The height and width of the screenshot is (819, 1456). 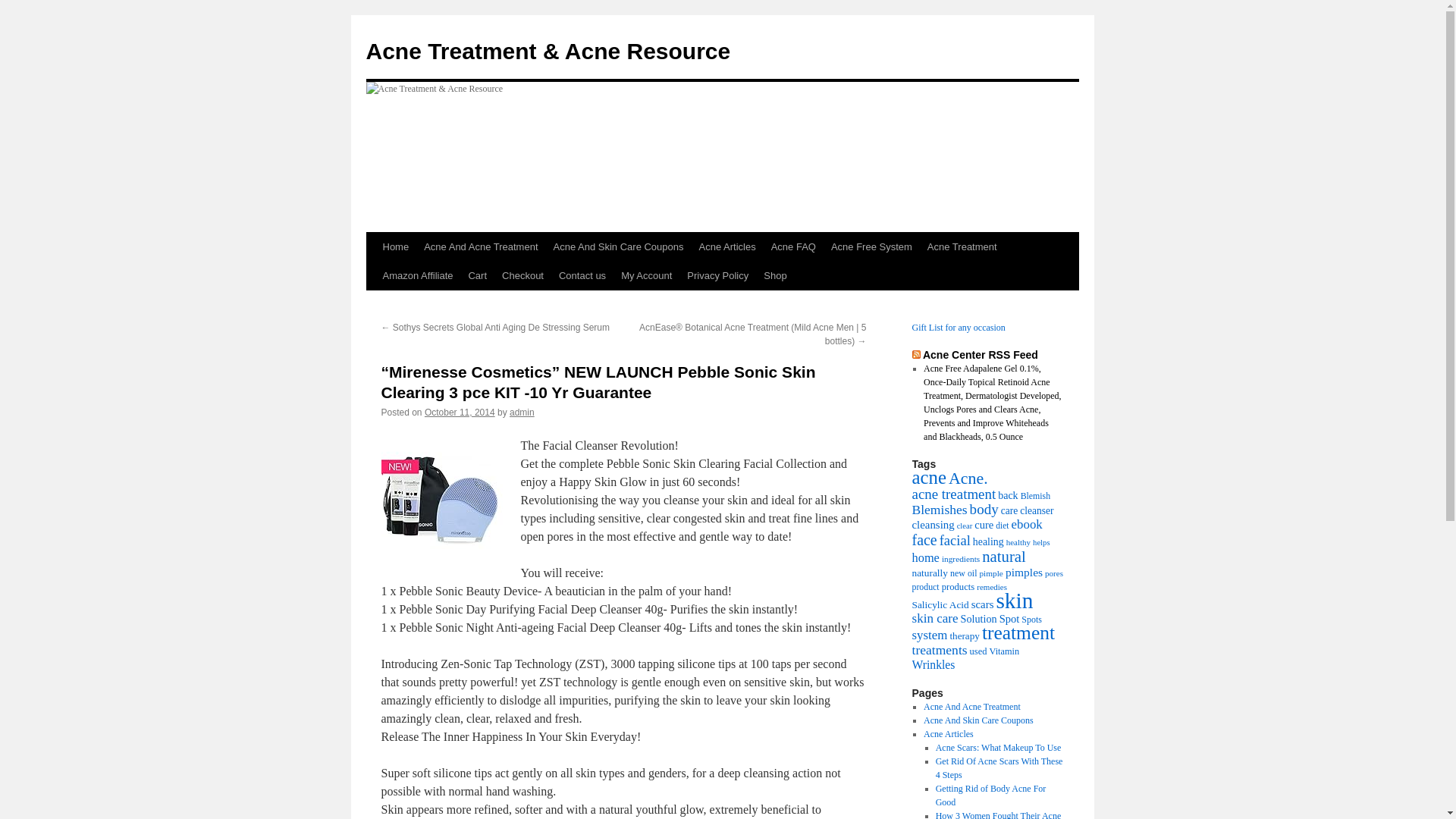 I want to click on 'cure', so click(x=984, y=523).